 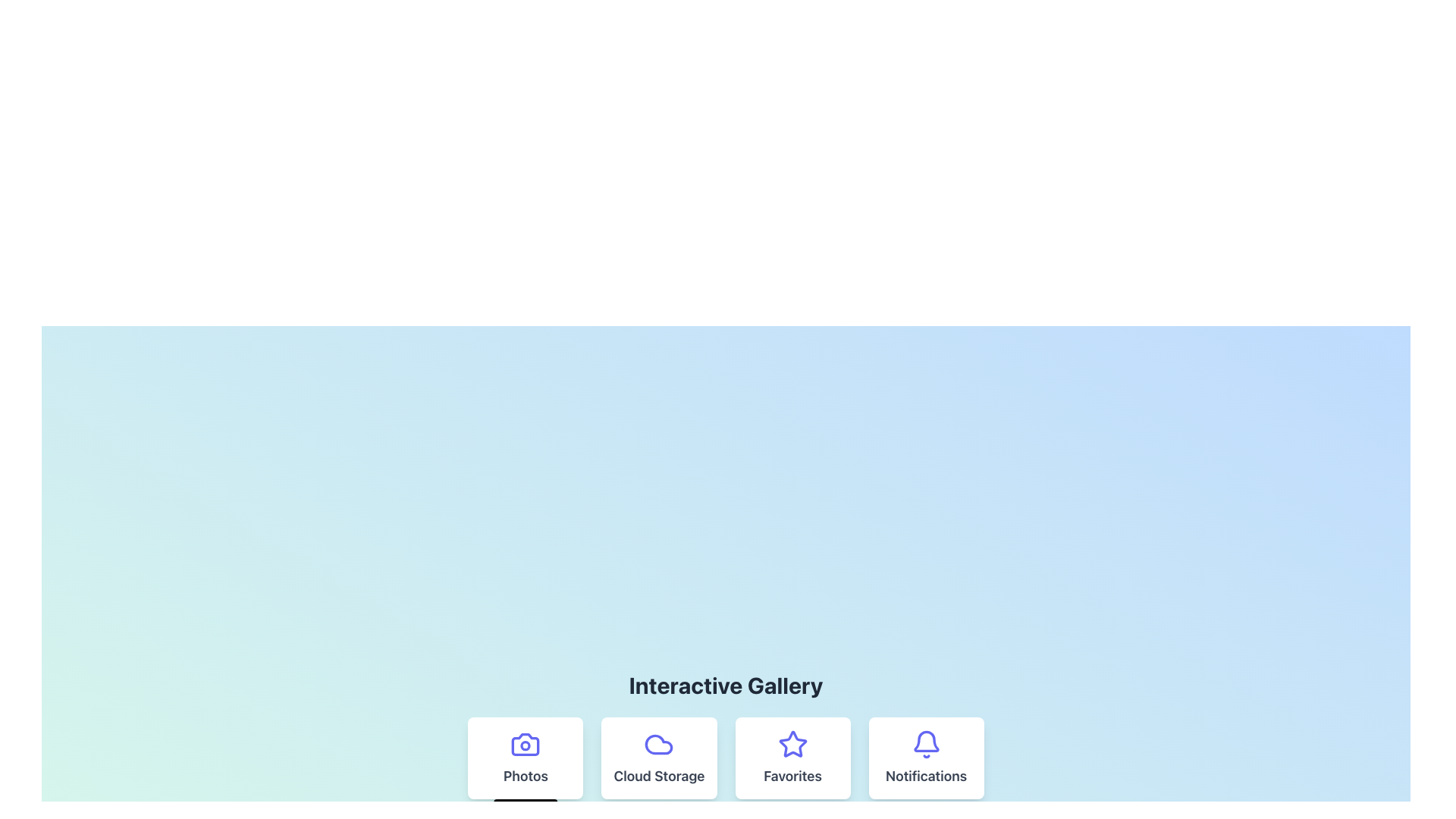 I want to click on the tile containing the 'Photos' label, so click(x=526, y=776).